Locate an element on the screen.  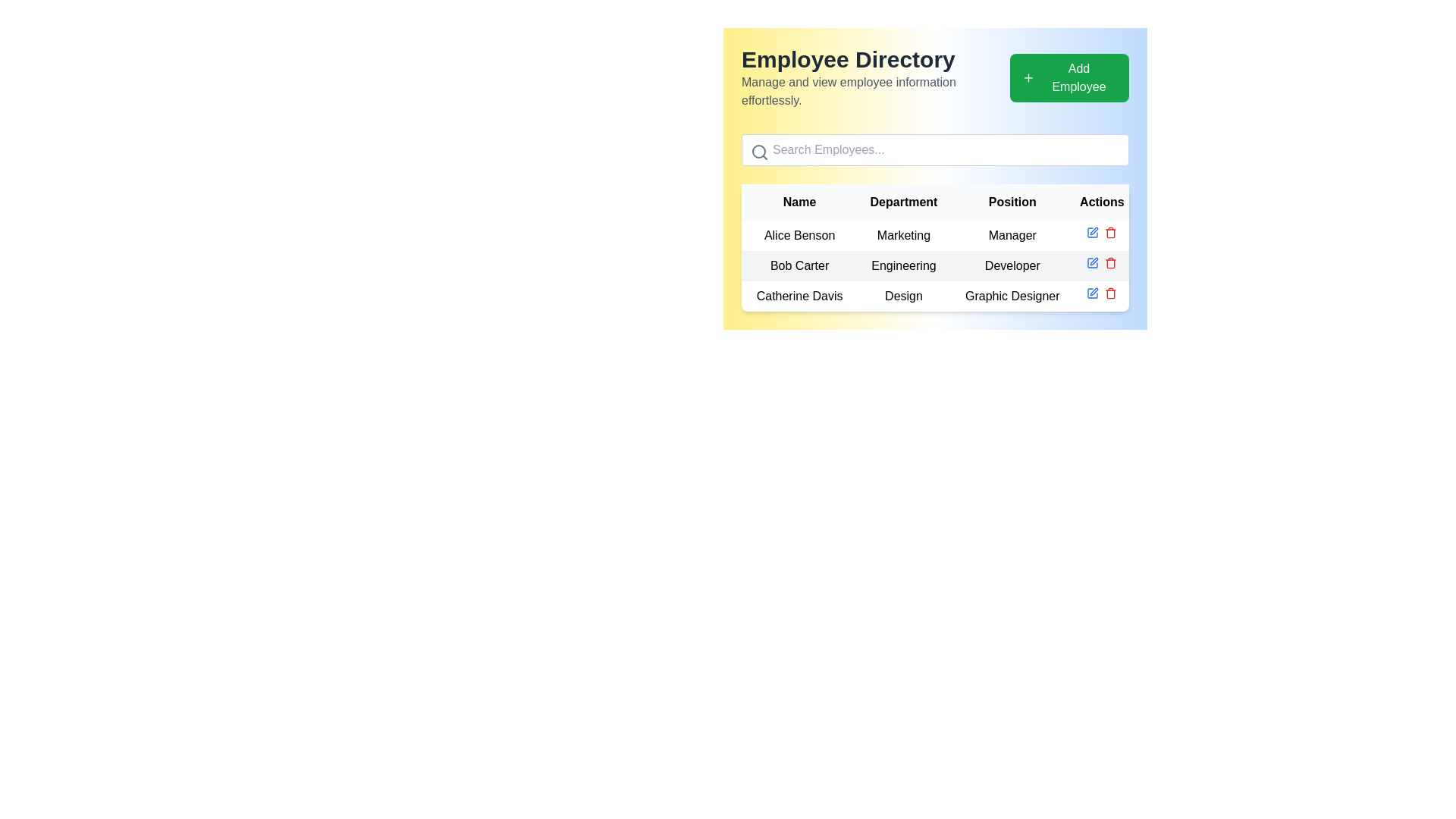
the text label displaying 'Alice Benson' located in the first row of the 'Name' column in the tabular grid layout is located at coordinates (799, 236).